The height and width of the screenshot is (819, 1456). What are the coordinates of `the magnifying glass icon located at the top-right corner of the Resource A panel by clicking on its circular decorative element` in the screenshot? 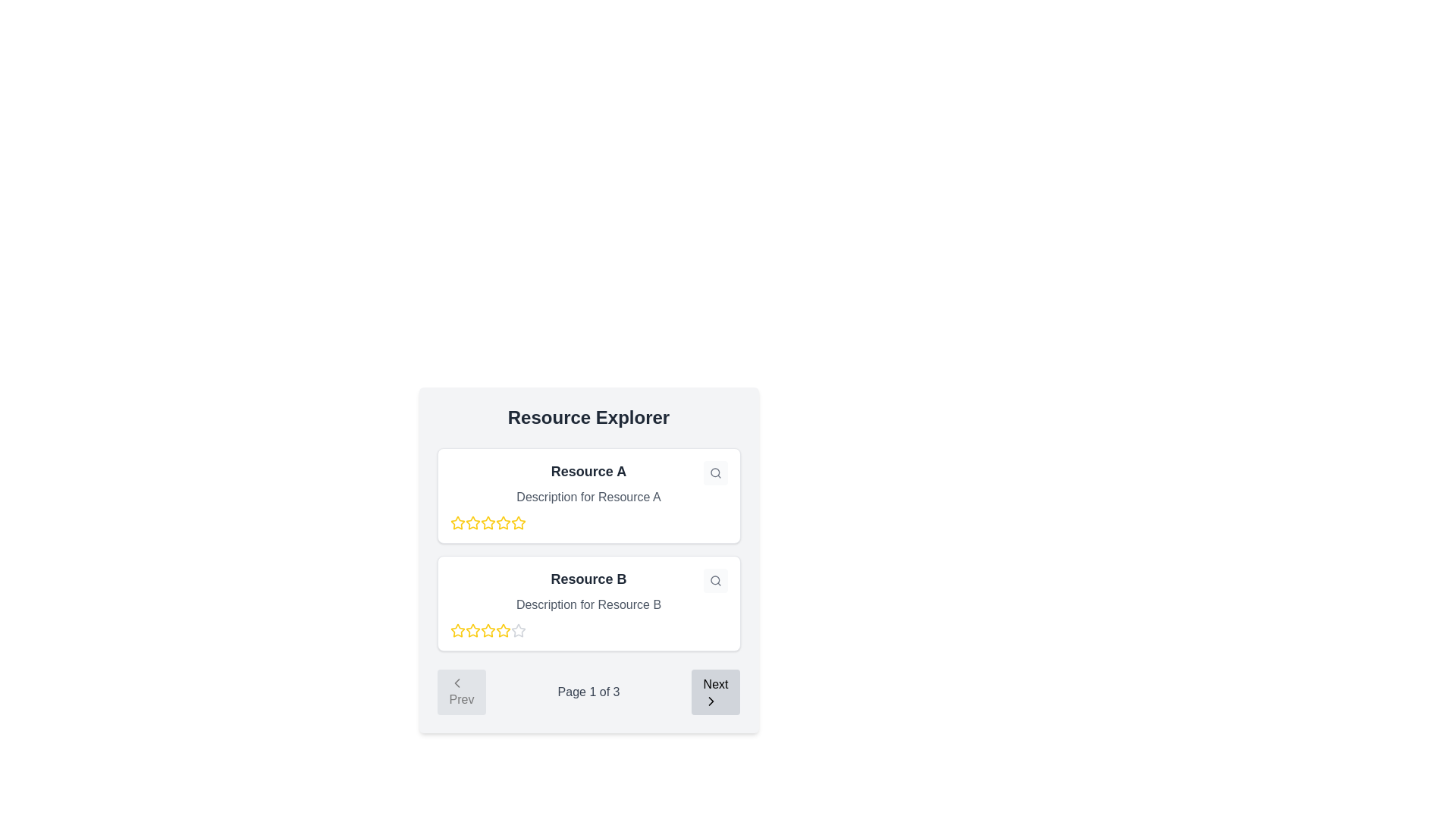 It's located at (714, 472).